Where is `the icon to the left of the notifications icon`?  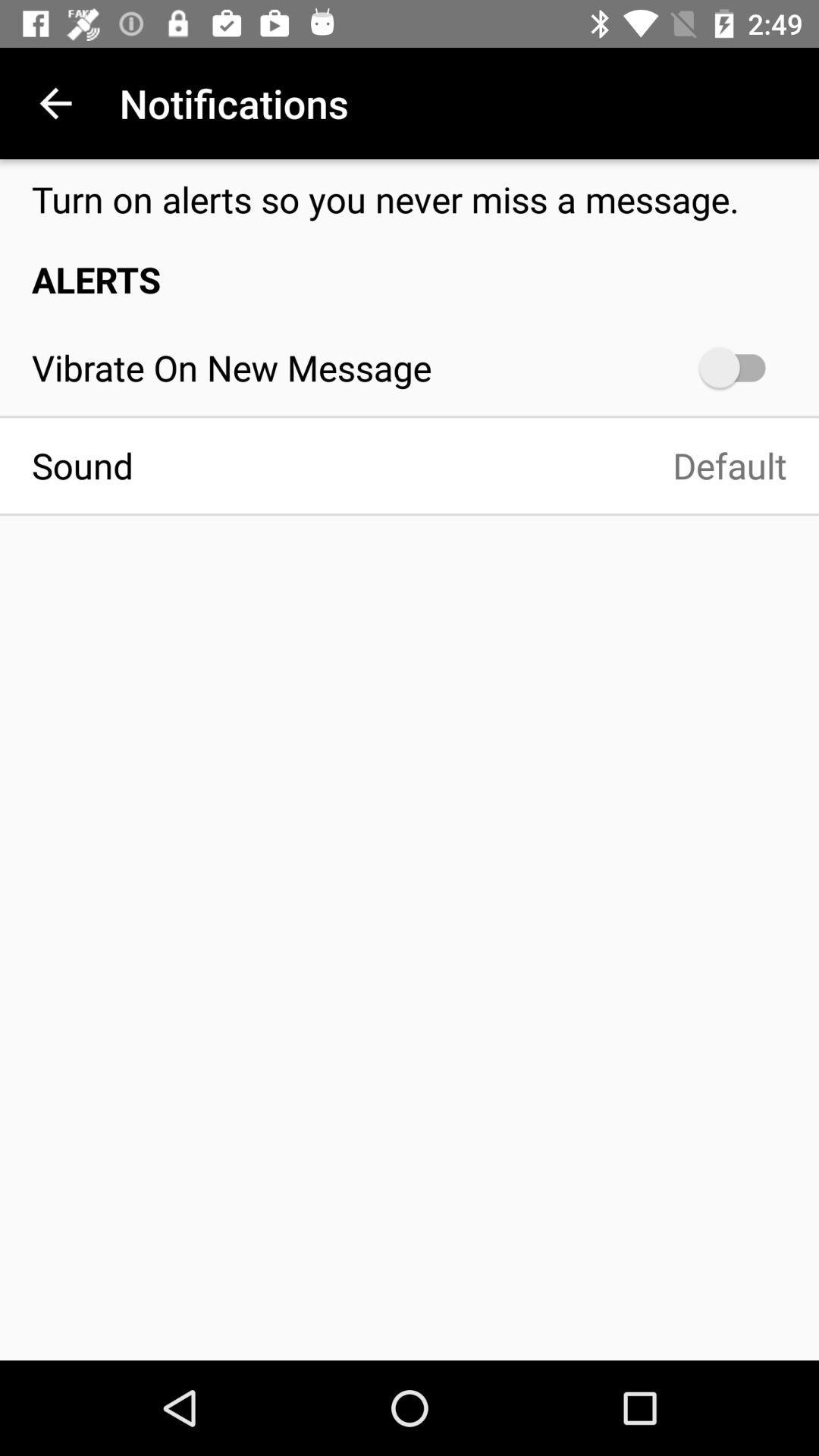 the icon to the left of the notifications icon is located at coordinates (55, 102).